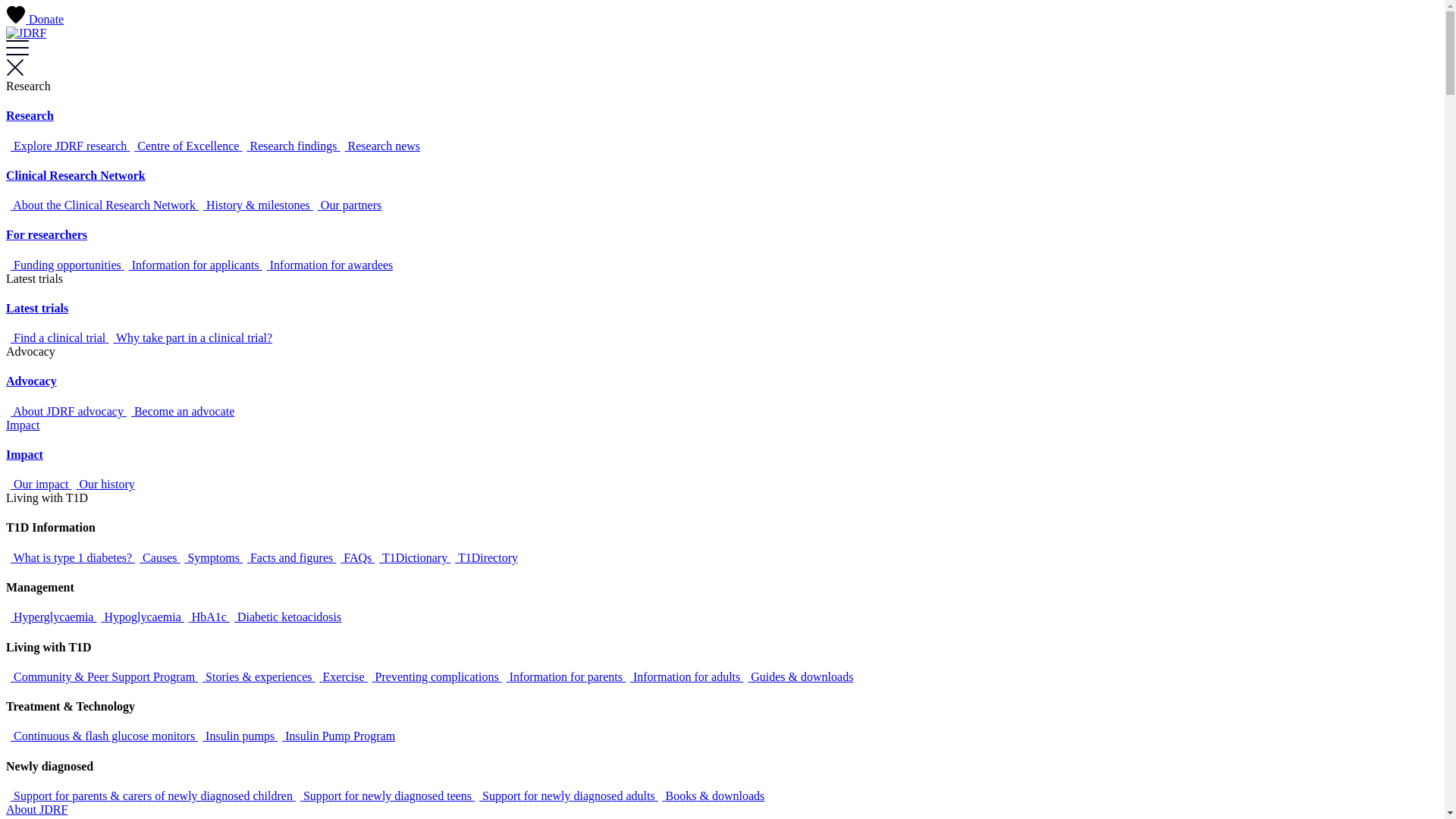  Describe the element at coordinates (237, 735) in the screenshot. I see `'Insulin pumps'` at that location.